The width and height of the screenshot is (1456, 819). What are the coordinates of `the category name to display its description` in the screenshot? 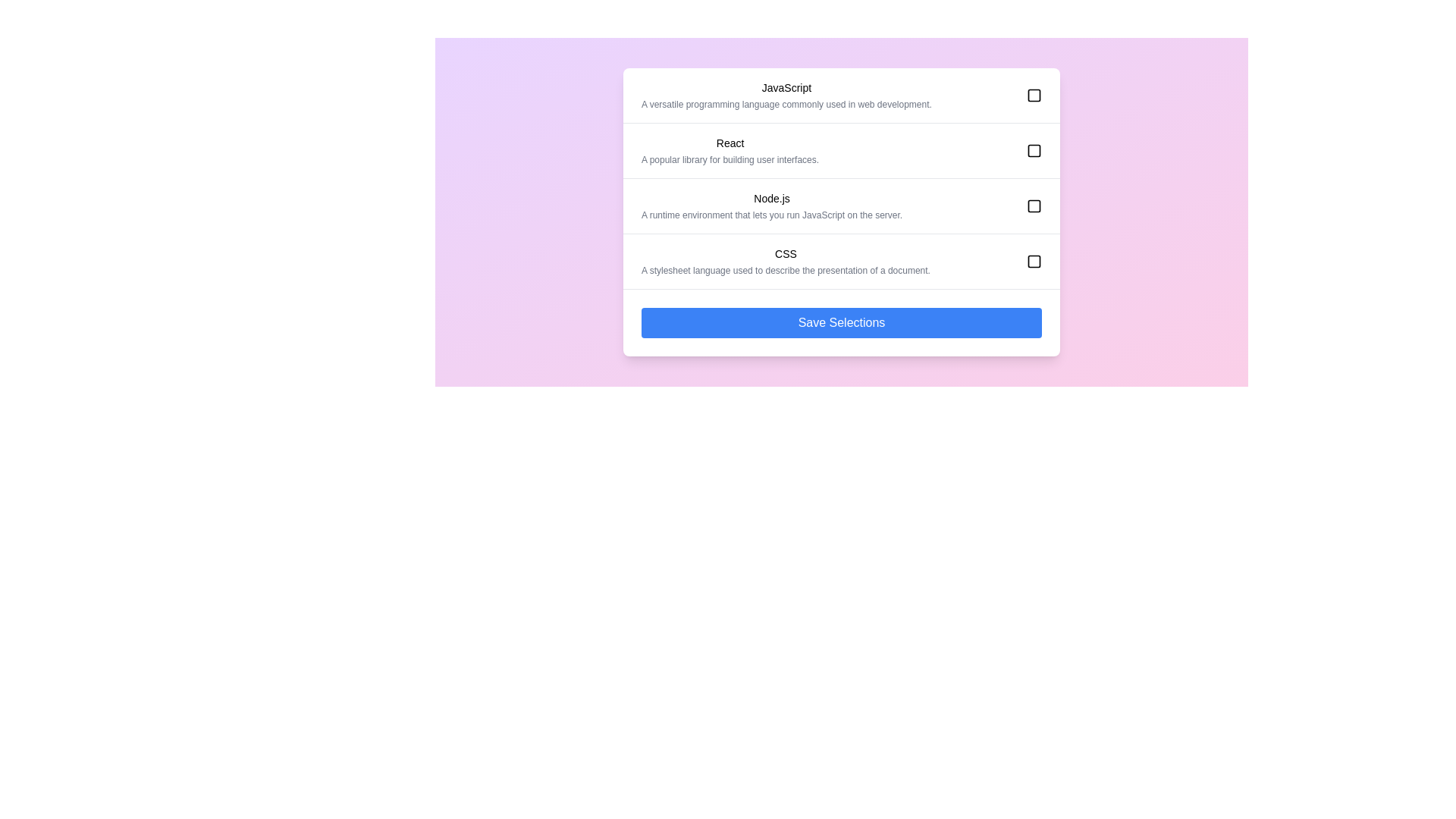 It's located at (786, 87).